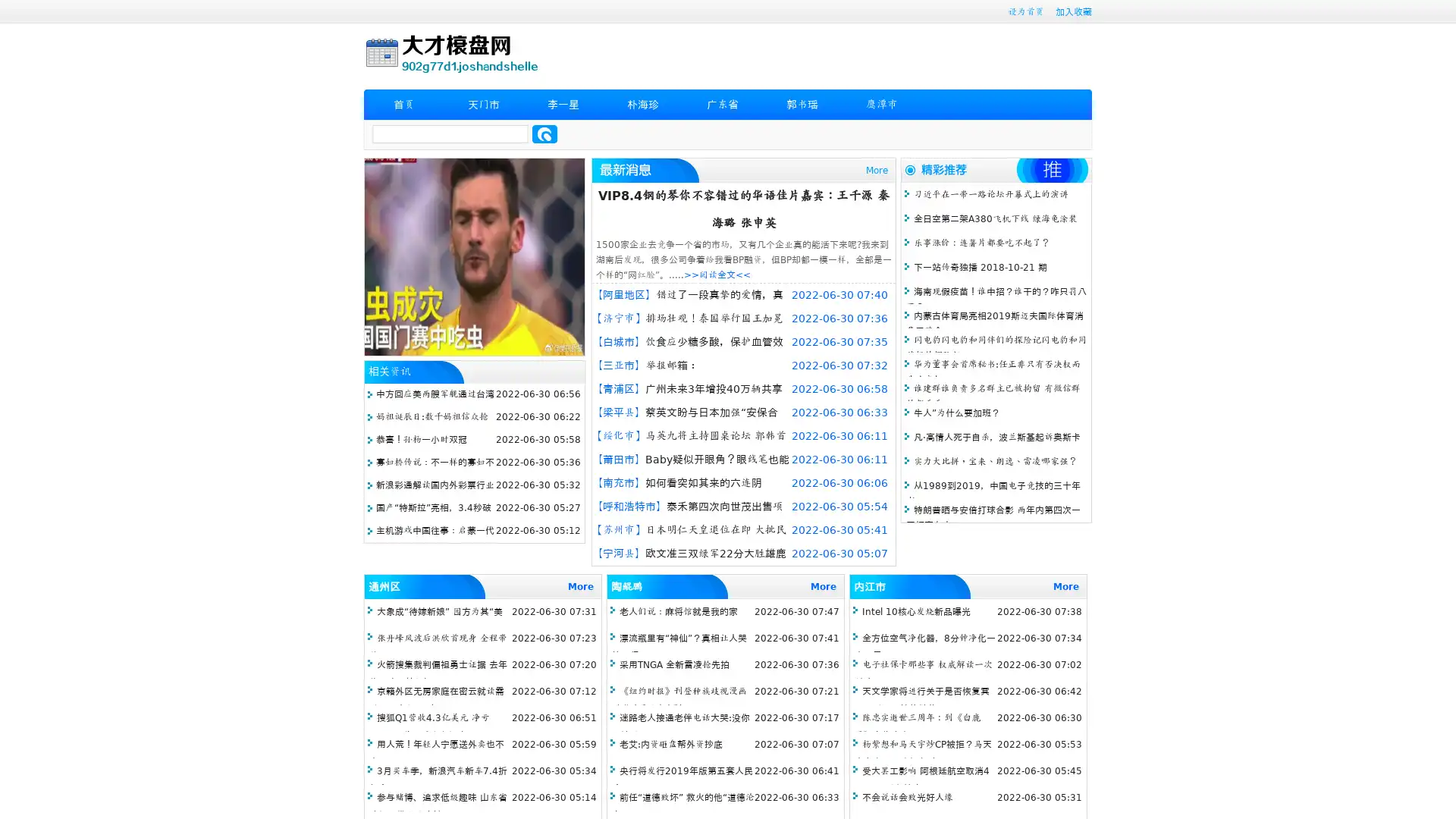 The image size is (1456, 819). I want to click on Search, so click(544, 133).